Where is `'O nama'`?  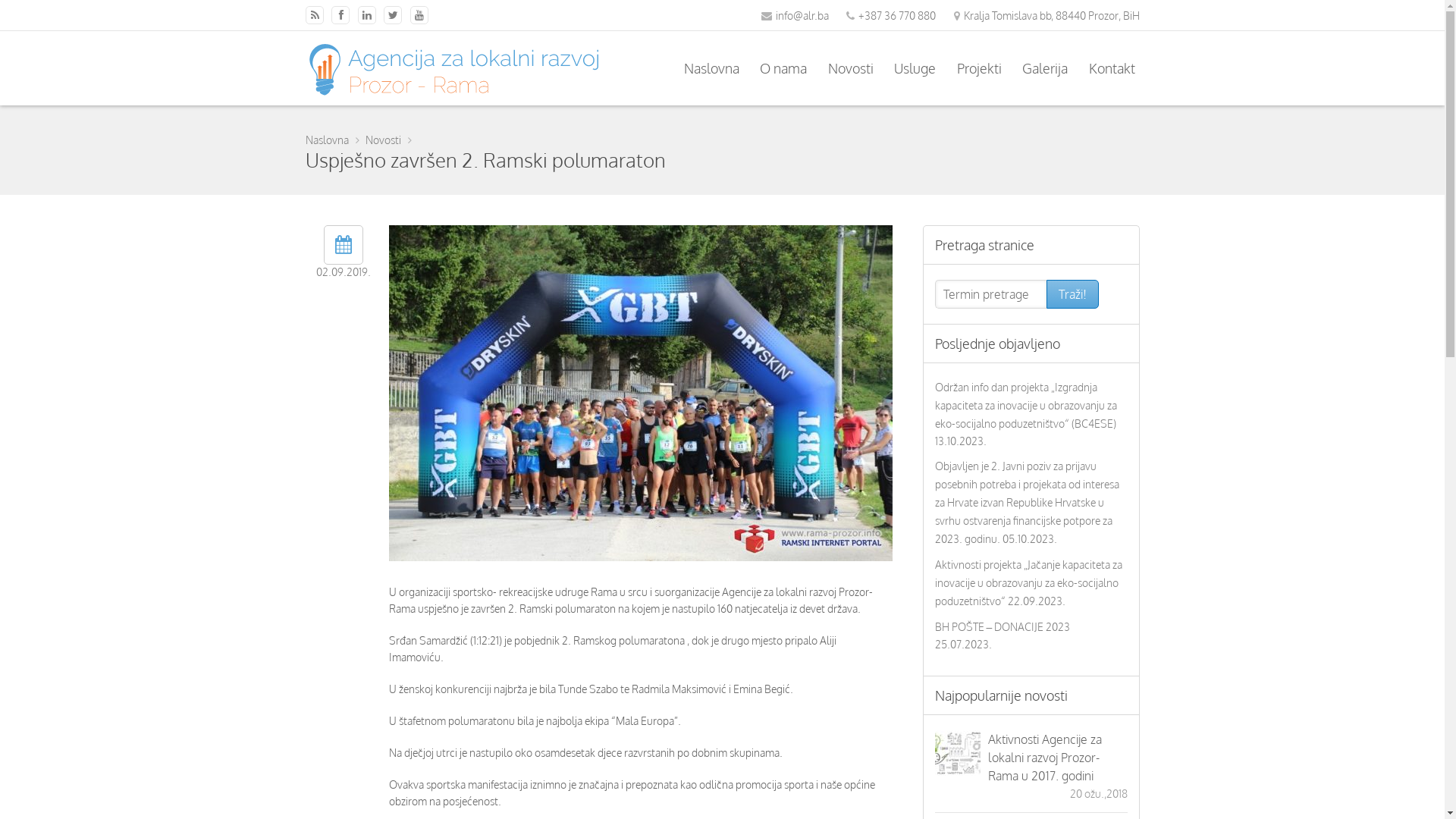 'O nama' is located at coordinates (783, 67).